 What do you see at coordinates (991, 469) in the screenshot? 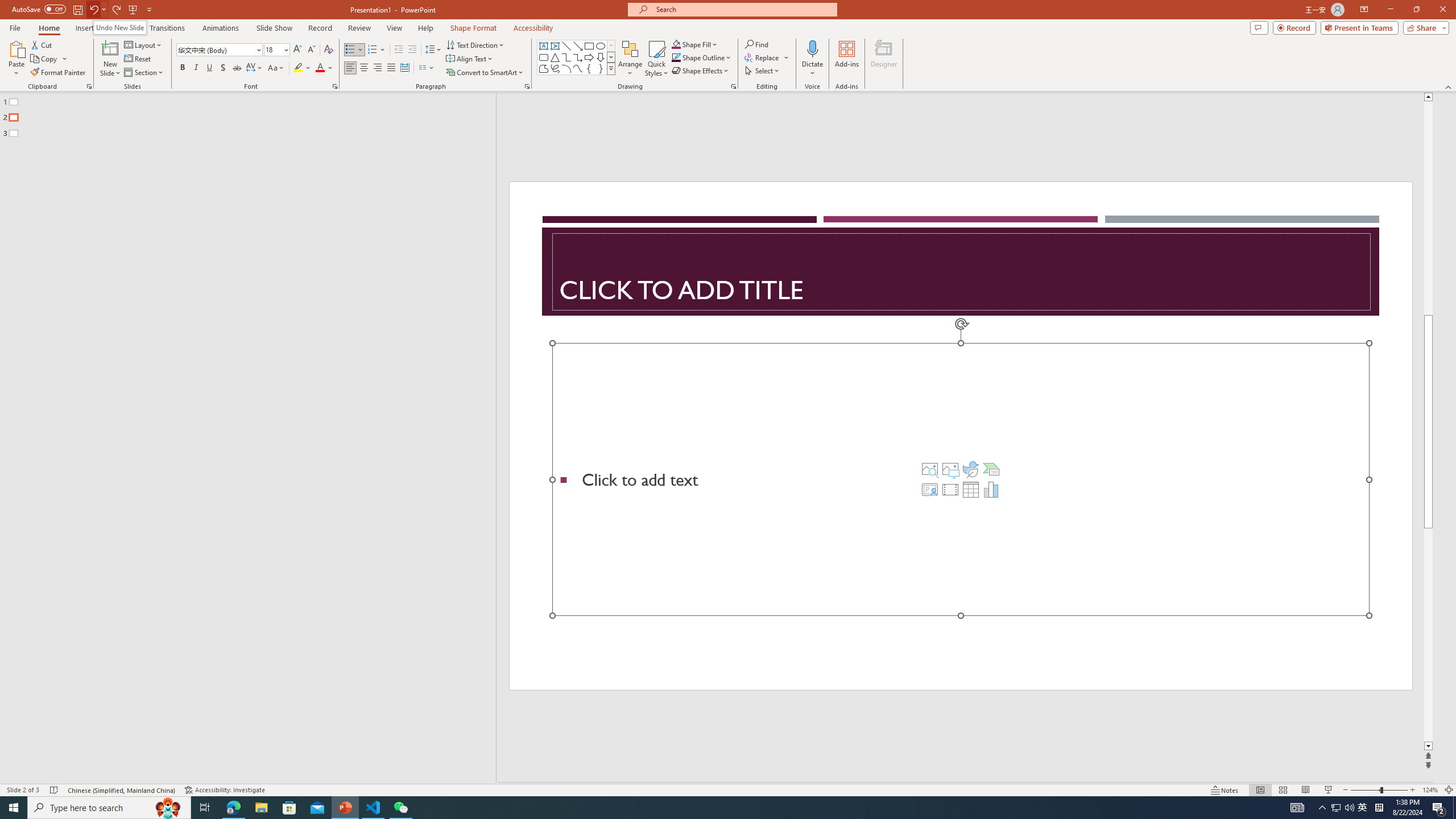
I see `'Insert a SmartArt Graphic'` at bounding box center [991, 469].